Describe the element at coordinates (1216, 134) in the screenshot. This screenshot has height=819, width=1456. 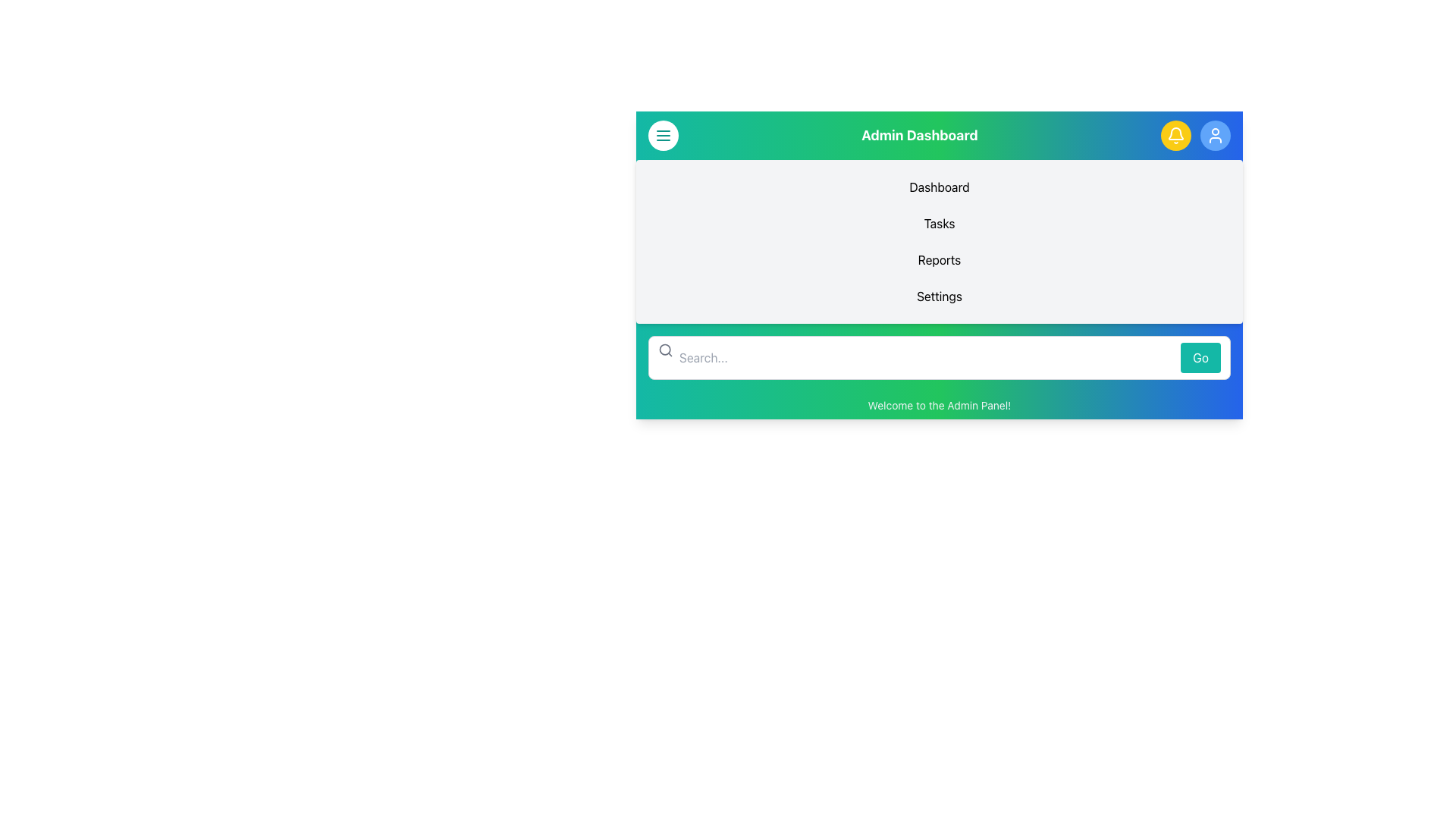
I see `the SVG user icon button located at the top-right corner of the interface for keyboard interaction` at that location.